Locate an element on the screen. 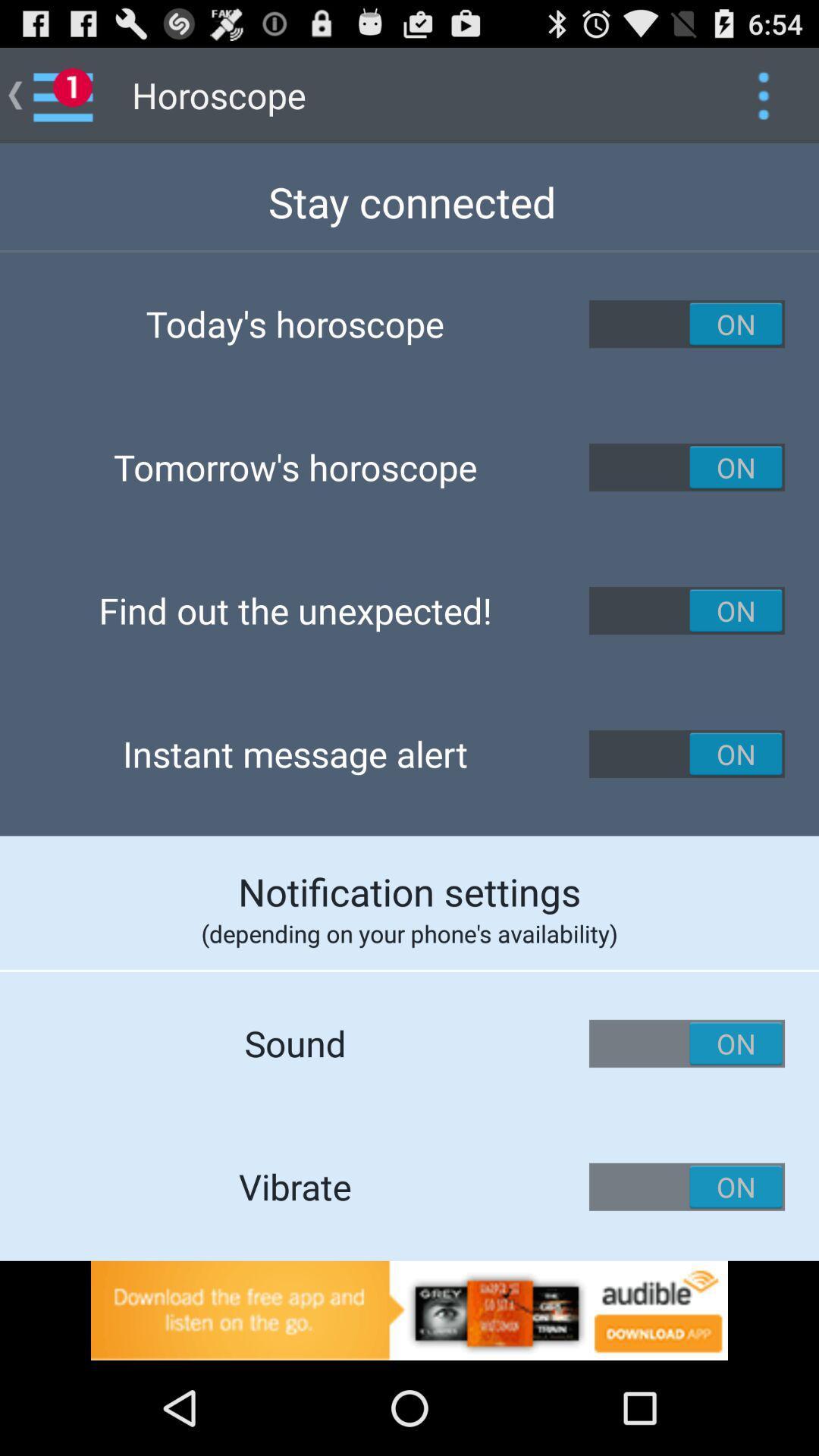  turn on/off for find out the unexpected option is located at coordinates (687, 610).